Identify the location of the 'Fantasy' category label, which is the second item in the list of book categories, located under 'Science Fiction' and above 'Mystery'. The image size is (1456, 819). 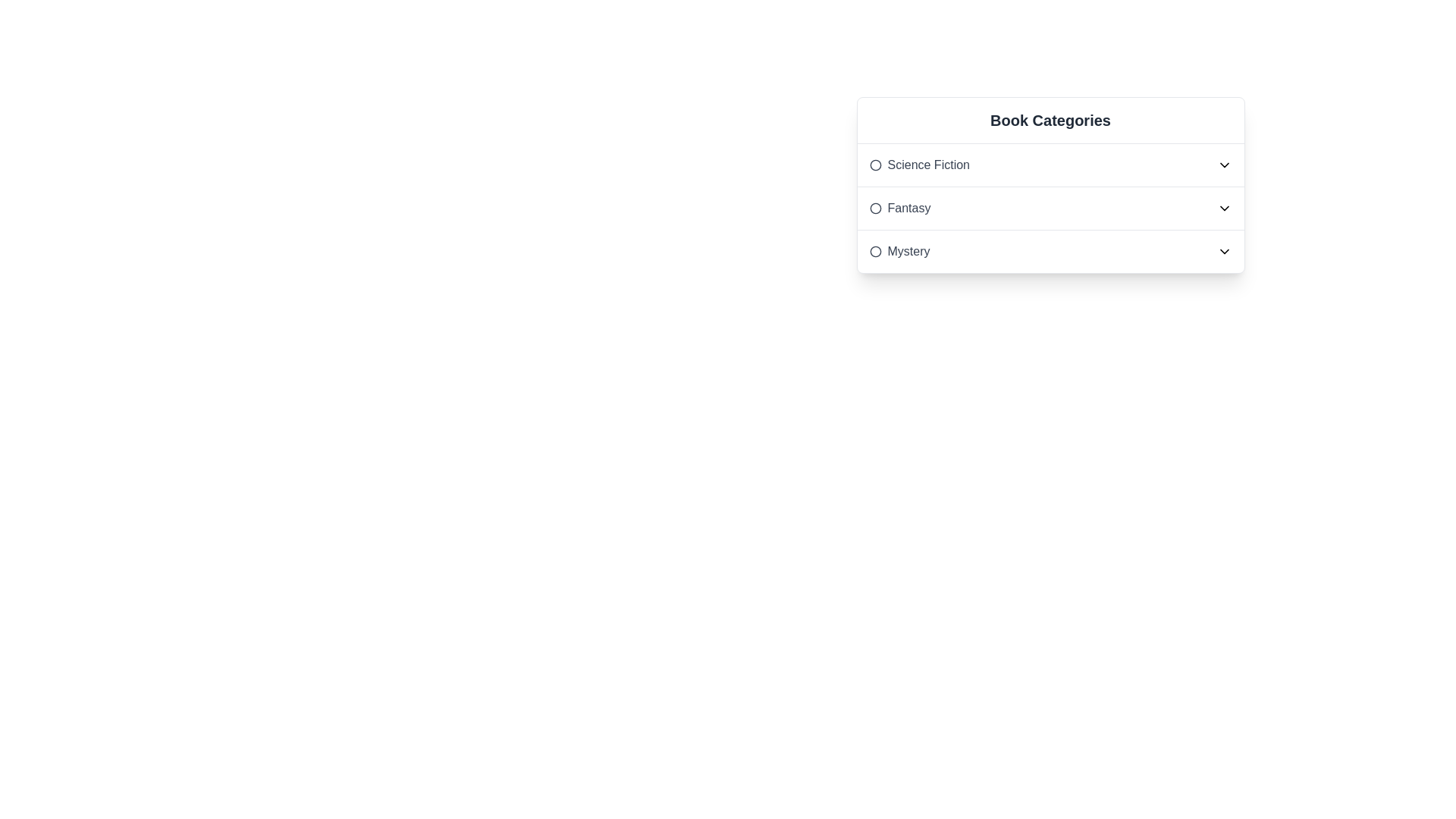
(899, 208).